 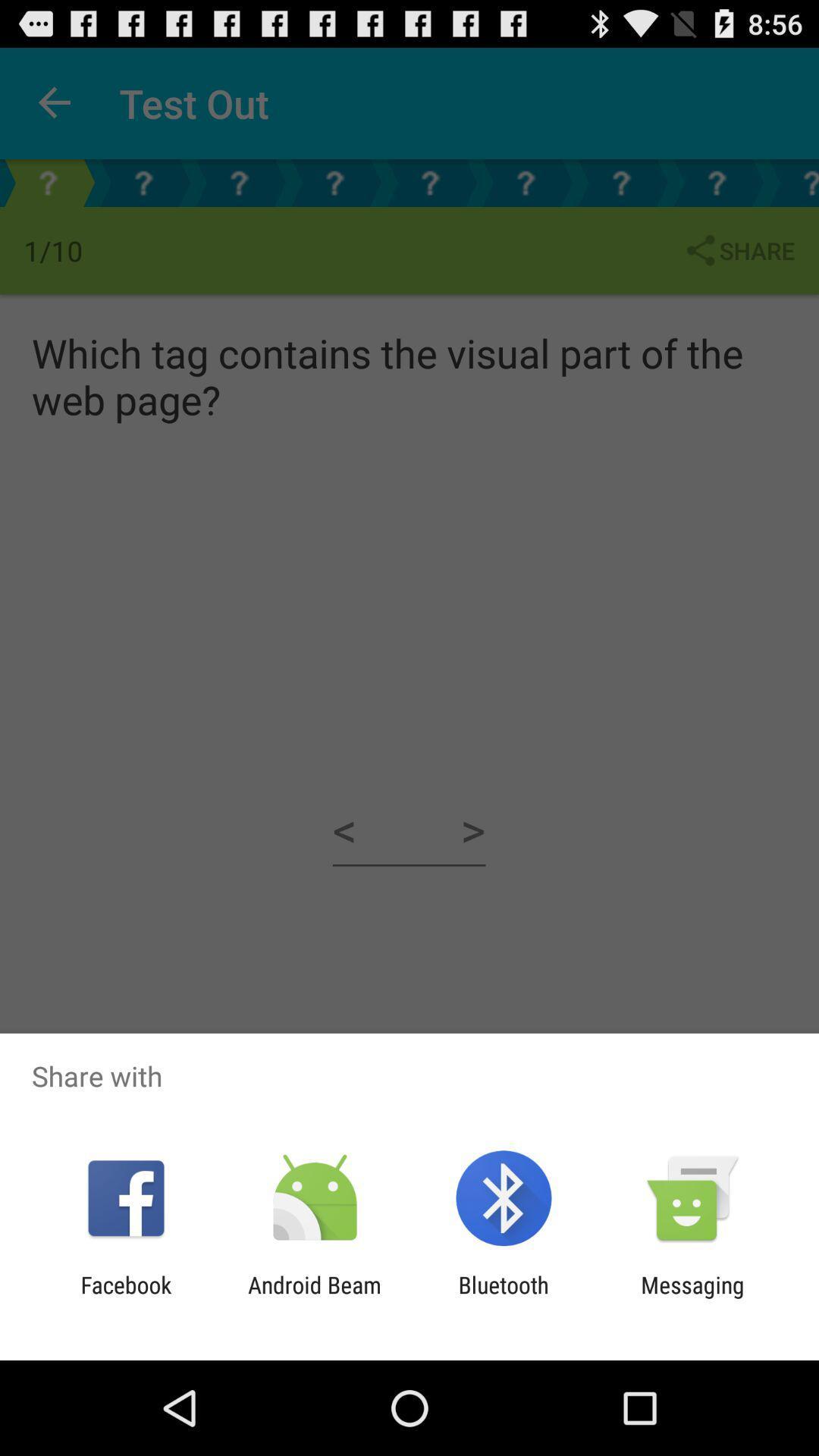 What do you see at coordinates (314, 1298) in the screenshot?
I see `the app next to bluetooth item` at bounding box center [314, 1298].